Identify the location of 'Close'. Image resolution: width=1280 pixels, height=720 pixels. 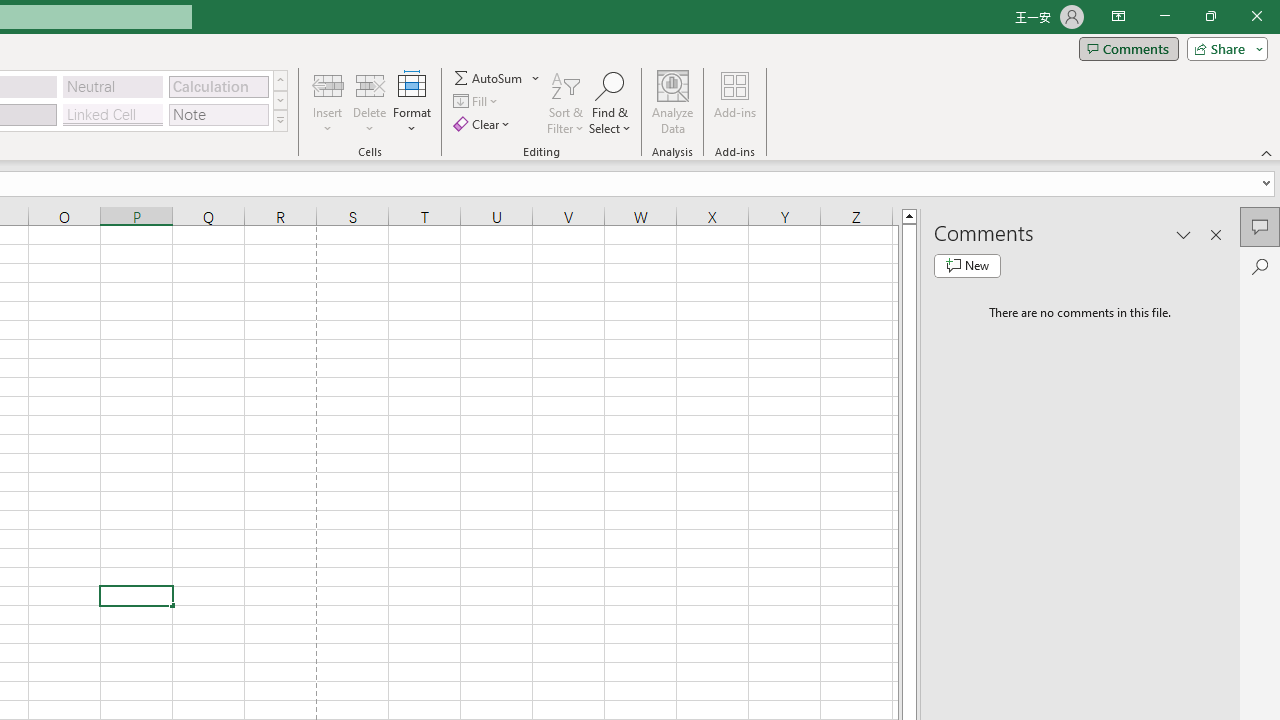
(1255, 16).